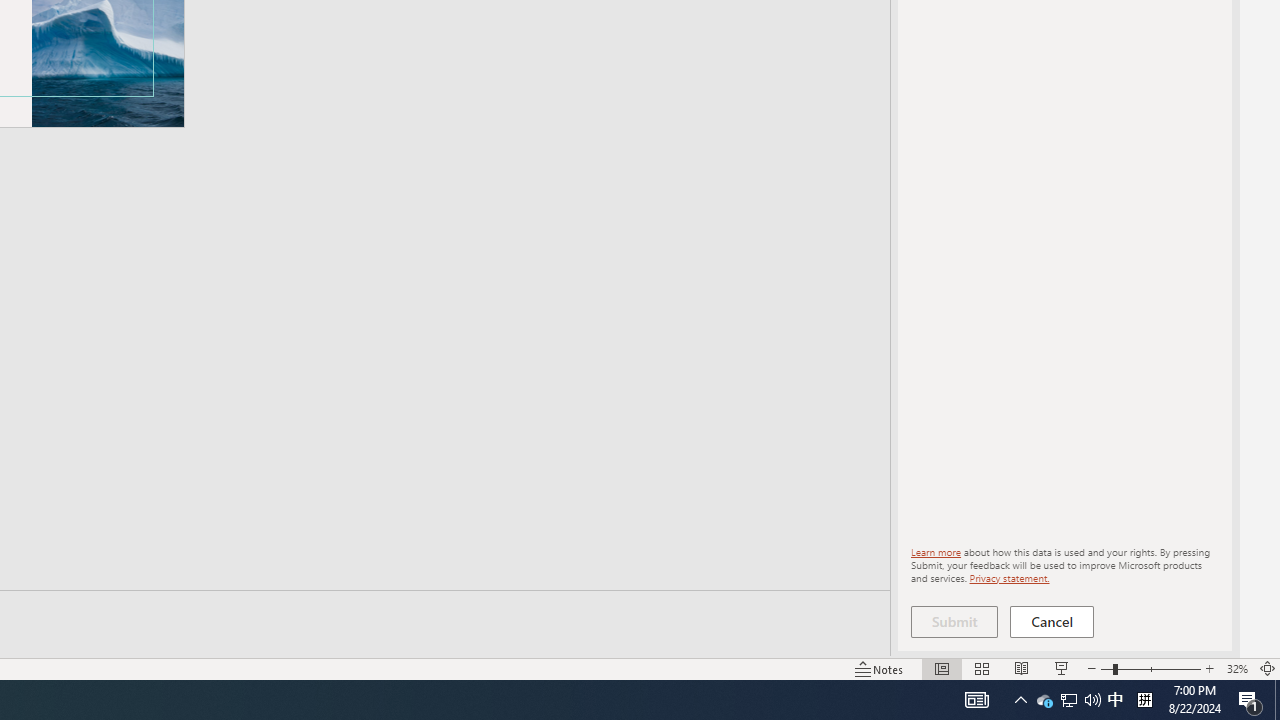 This screenshot has height=720, width=1280. What do you see at coordinates (935, 551) in the screenshot?
I see `'Learn more'` at bounding box center [935, 551].